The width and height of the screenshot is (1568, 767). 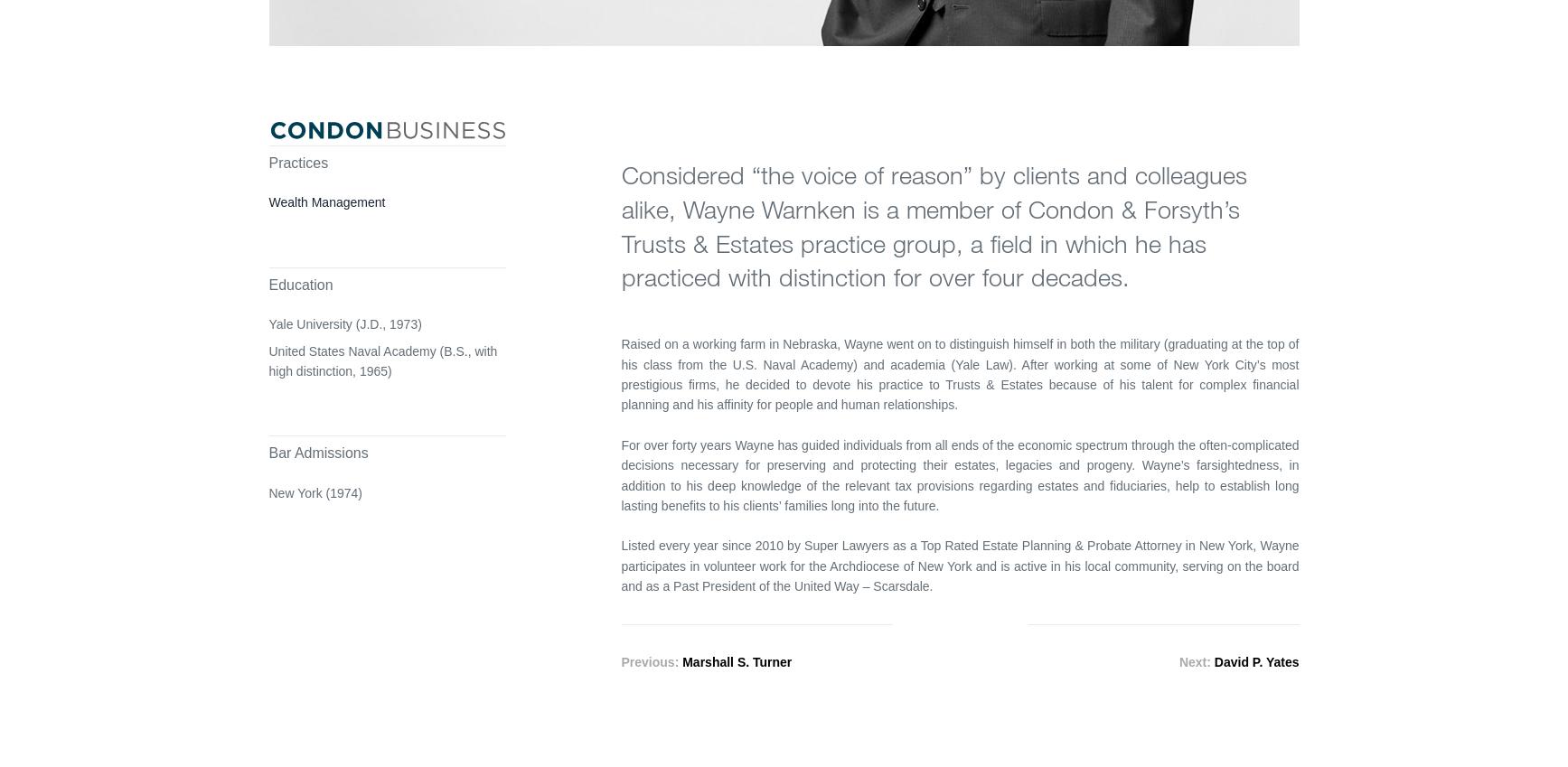 What do you see at coordinates (958, 475) in the screenshot?
I see `'For over forty years Wayne has guided individuals from all ends of the economic spectrum through the often-complicated decisions necessary for preserving and protecting their estates, legacies and progeny. Wayne’s farsightedness, in addition to his deep knowledge of the relevant tax provisions regarding estates and fiduciaries, help to establish long lasting benefits to his clients’ families long into the future.'` at bounding box center [958, 475].